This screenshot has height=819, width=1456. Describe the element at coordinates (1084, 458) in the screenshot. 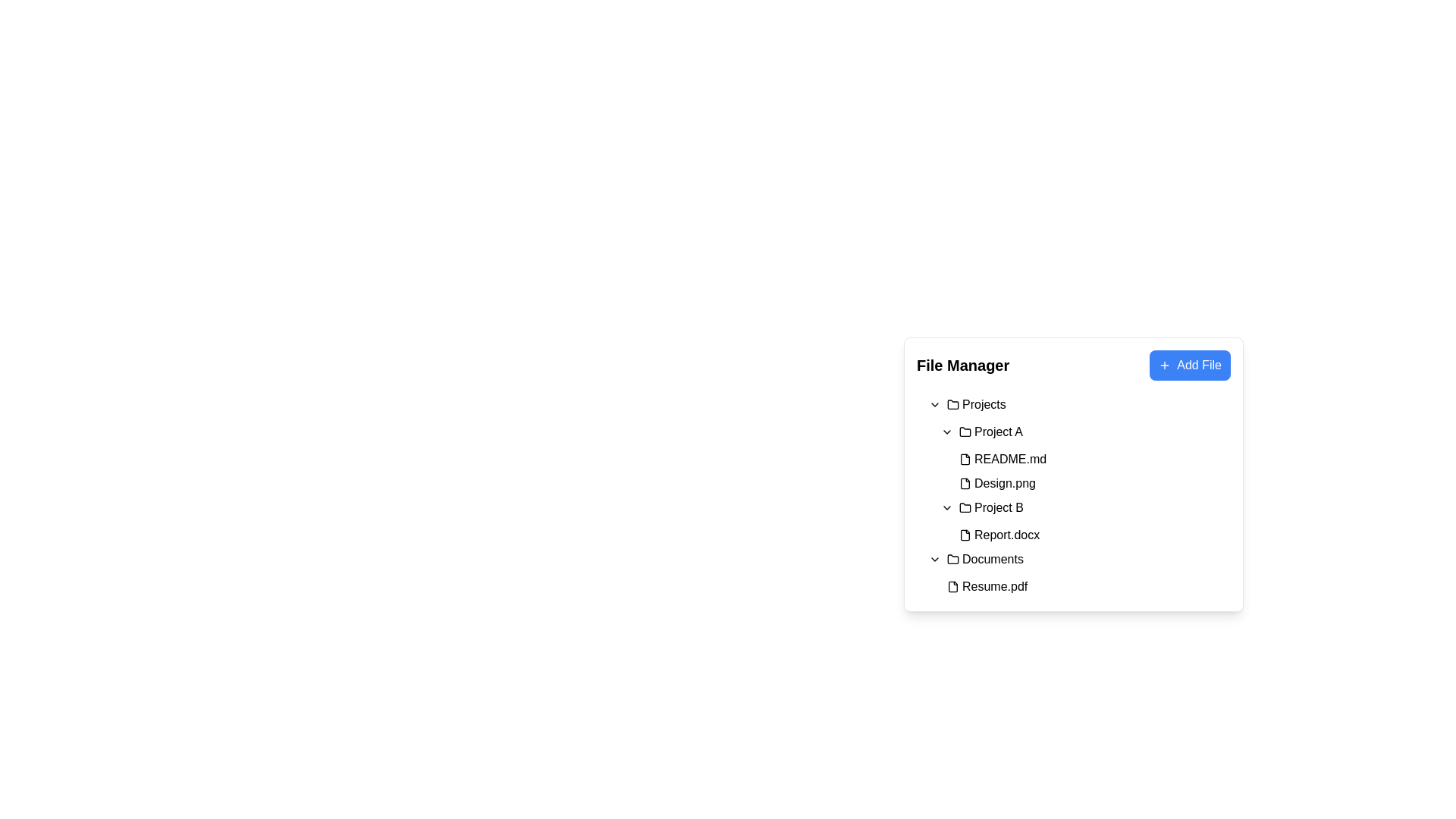

I see `on the 'README.md' file listing entry in the 'File Manager' interface` at that location.